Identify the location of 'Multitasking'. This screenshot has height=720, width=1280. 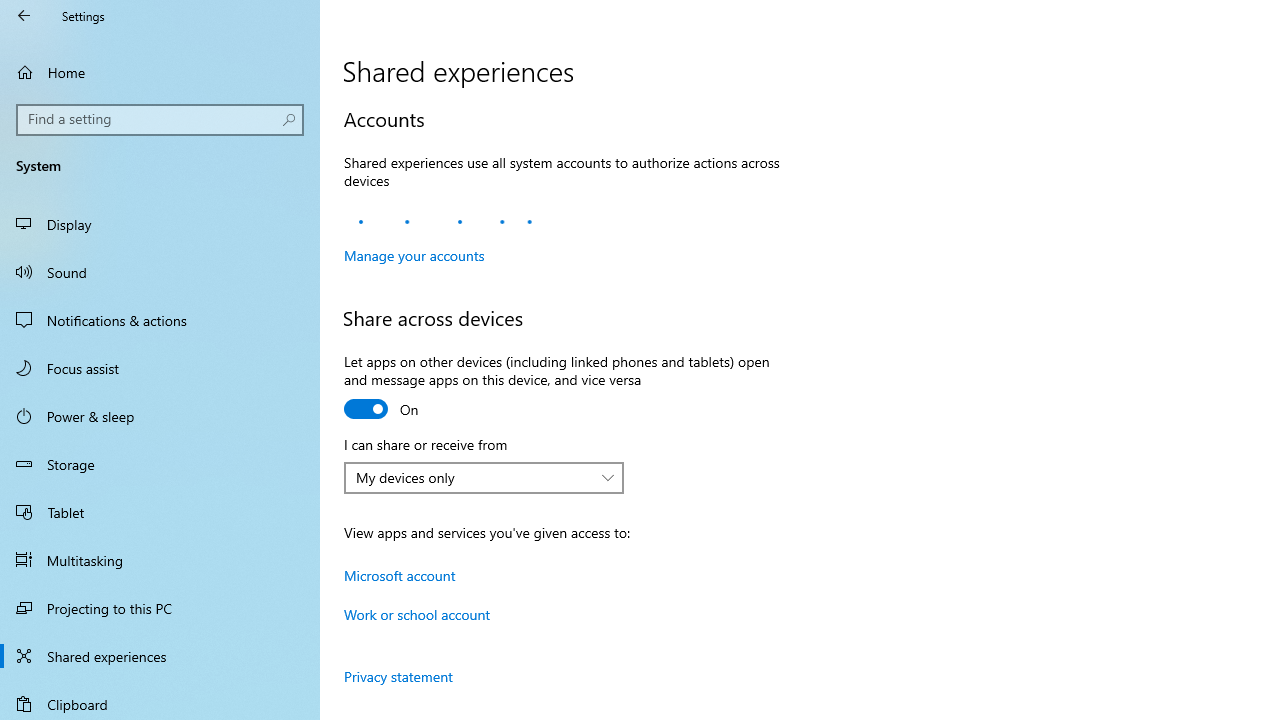
(160, 559).